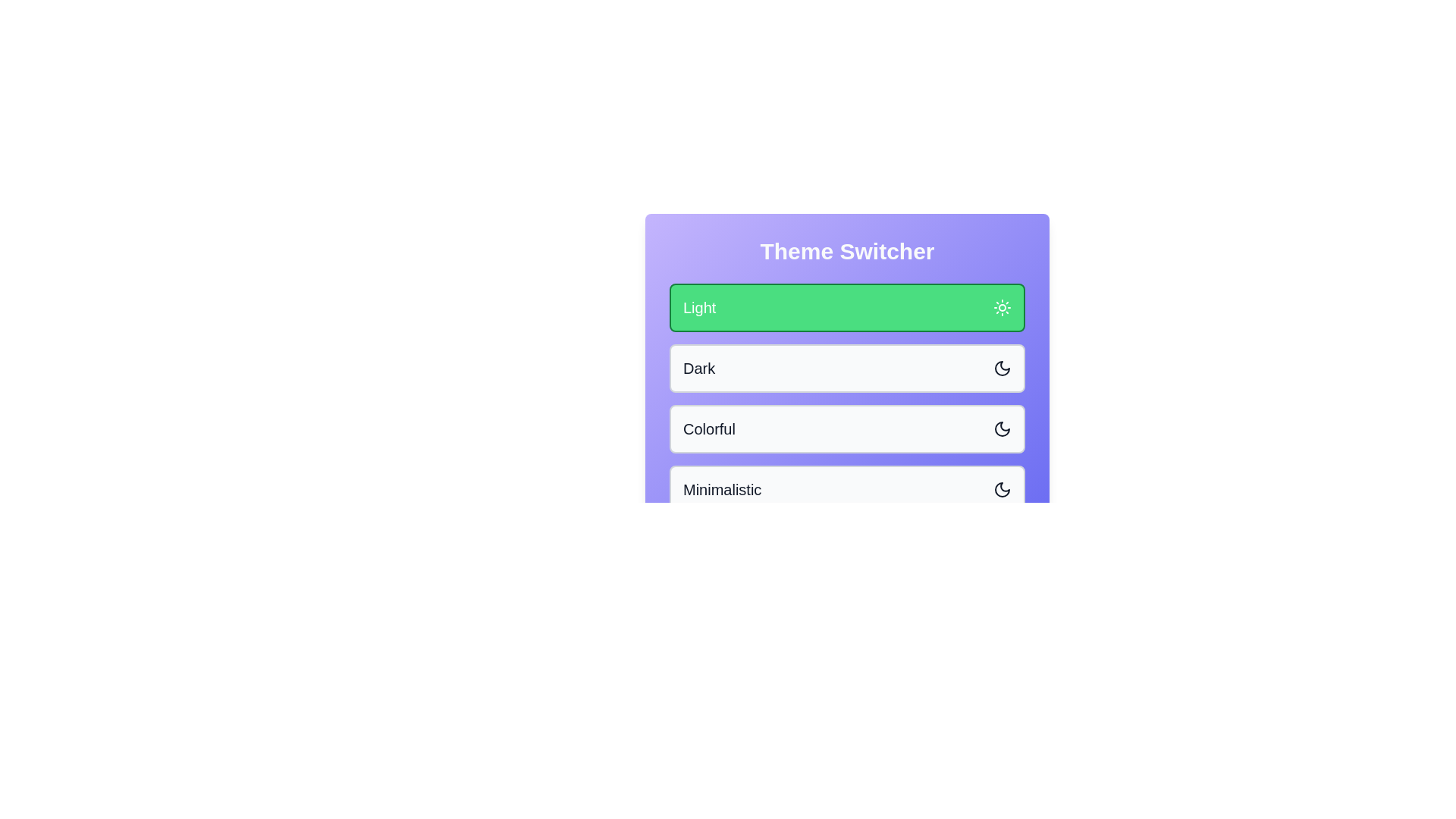 This screenshot has width=1456, height=819. What do you see at coordinates (846, 489) in the screenshot?
I see `the theme option Minimalistic by clicking on it` at bounding box center [846, 489].